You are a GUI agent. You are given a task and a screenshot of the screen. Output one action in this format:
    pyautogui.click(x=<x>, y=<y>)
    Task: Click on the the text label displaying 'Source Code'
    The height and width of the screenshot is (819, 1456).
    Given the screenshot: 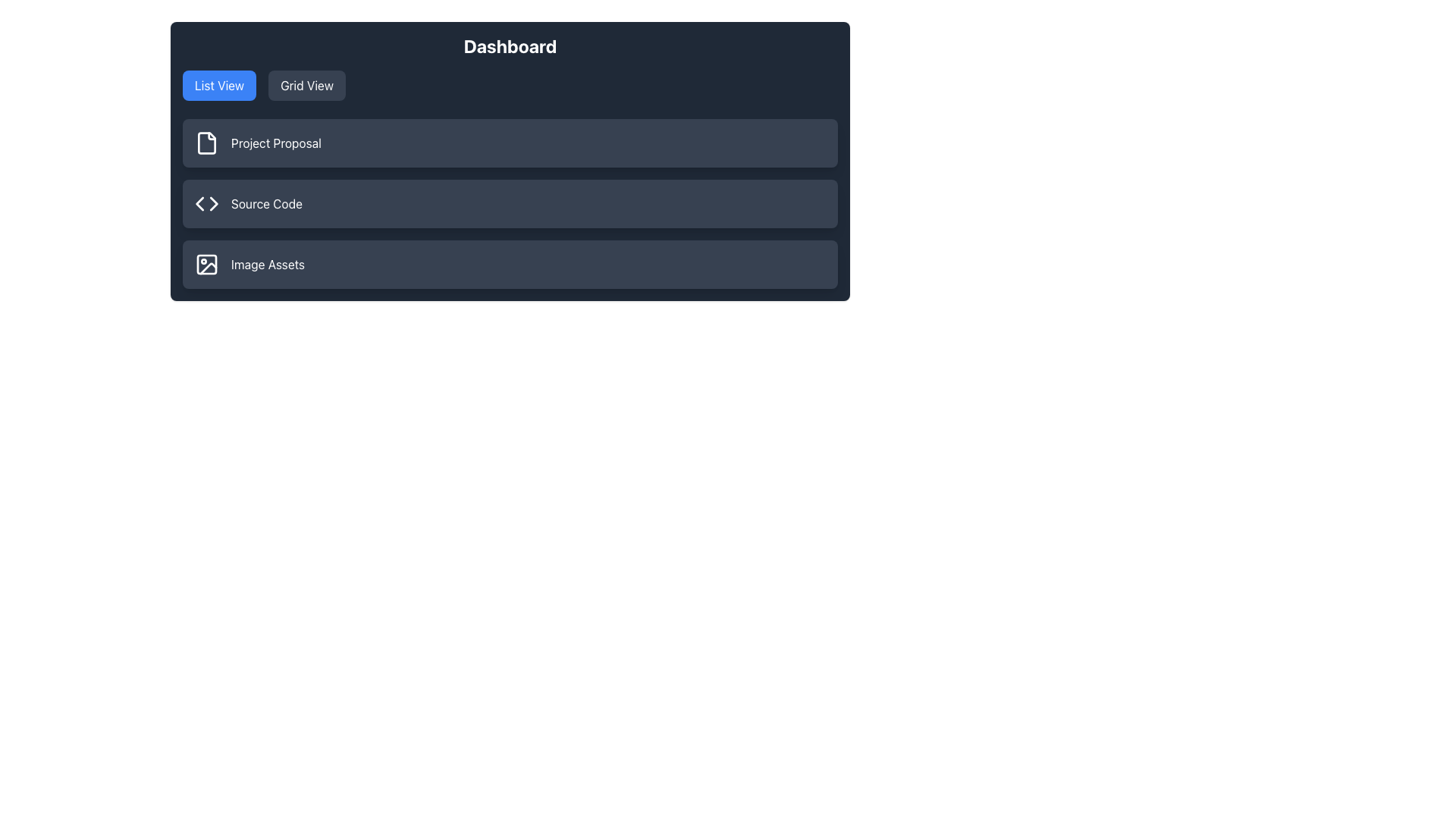 What is the action you would take?
    pyautogui.click(x=266, y=203)
    